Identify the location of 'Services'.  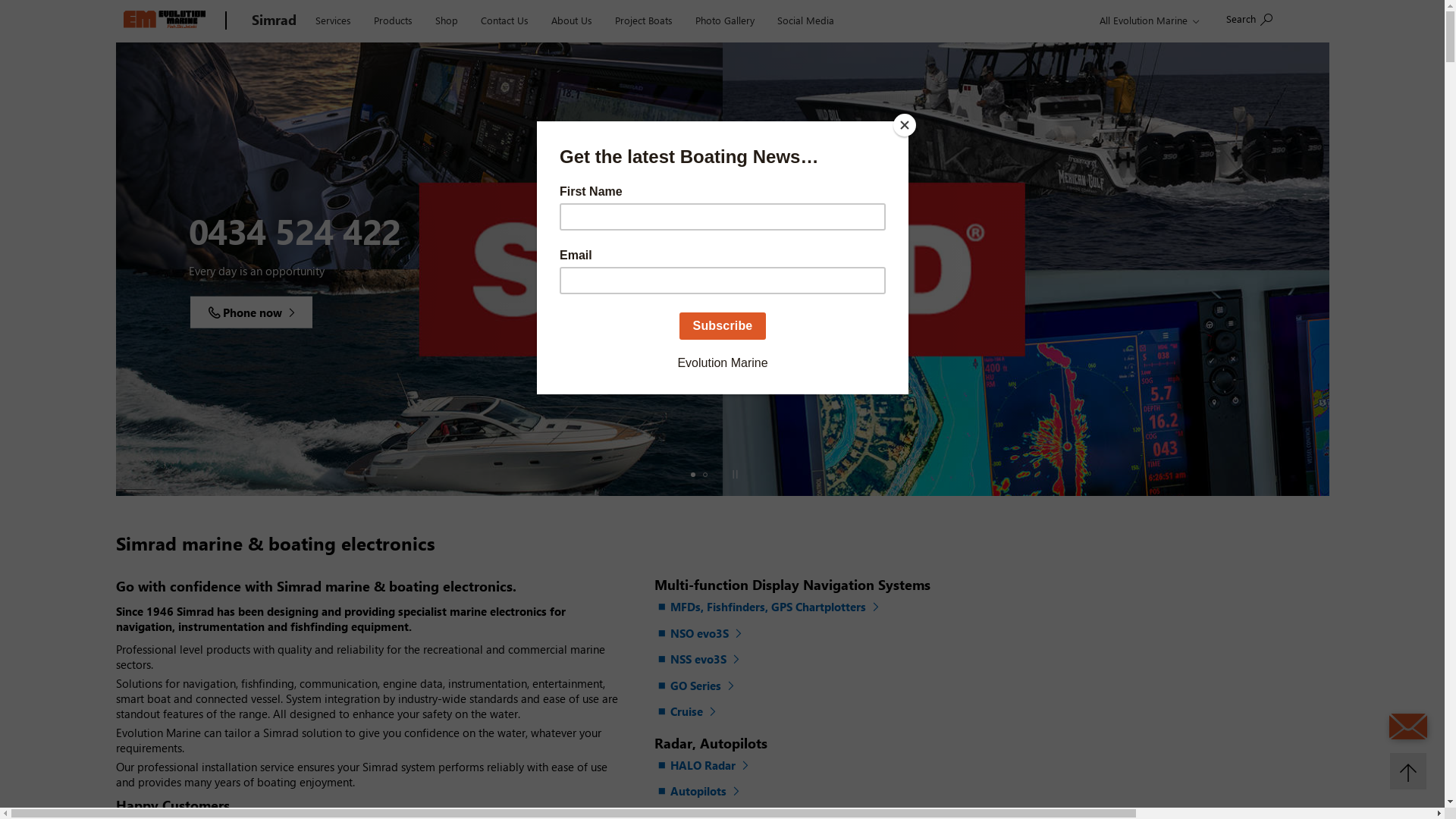
(331, 18).